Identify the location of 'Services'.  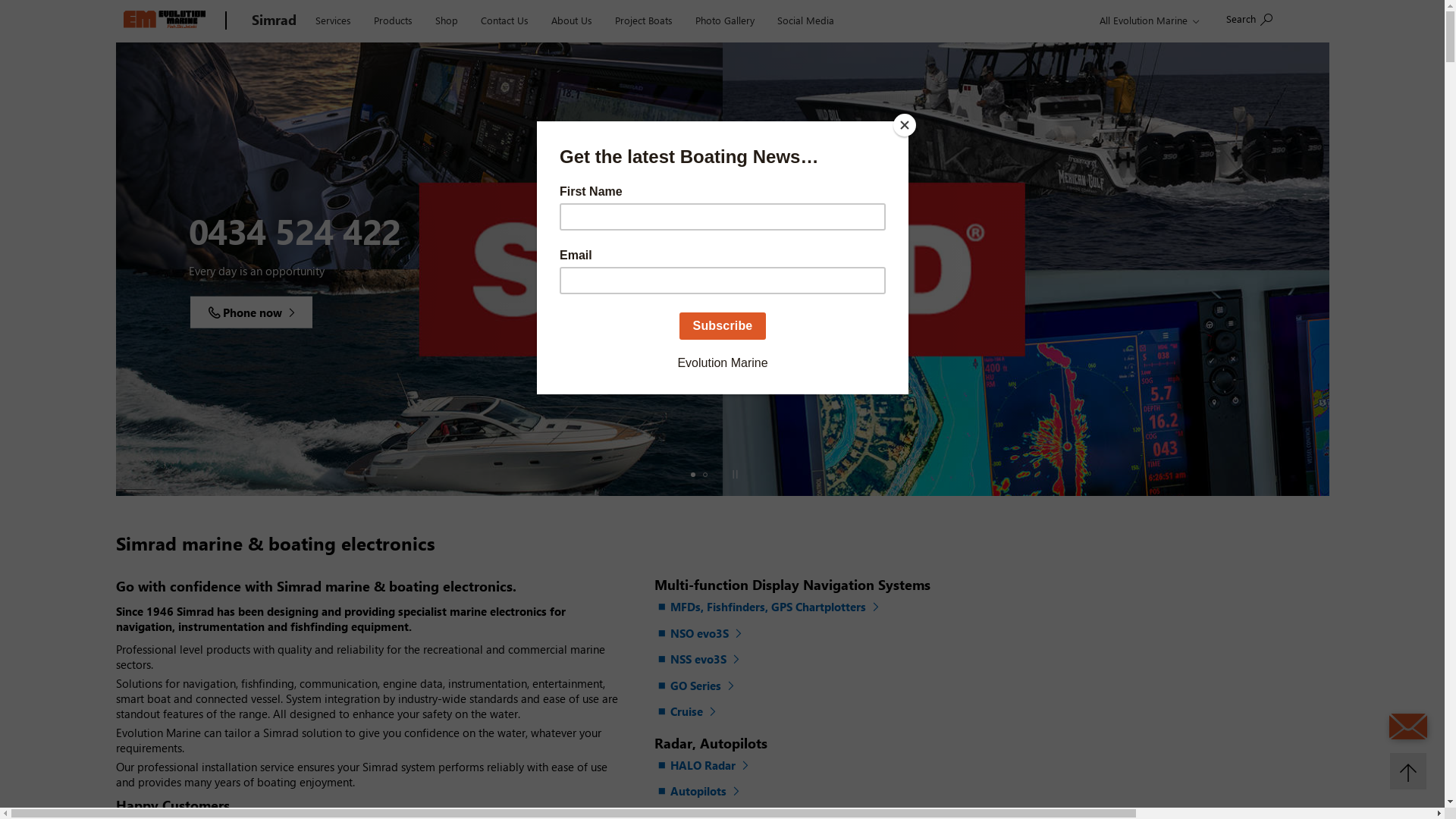
(331, 18).